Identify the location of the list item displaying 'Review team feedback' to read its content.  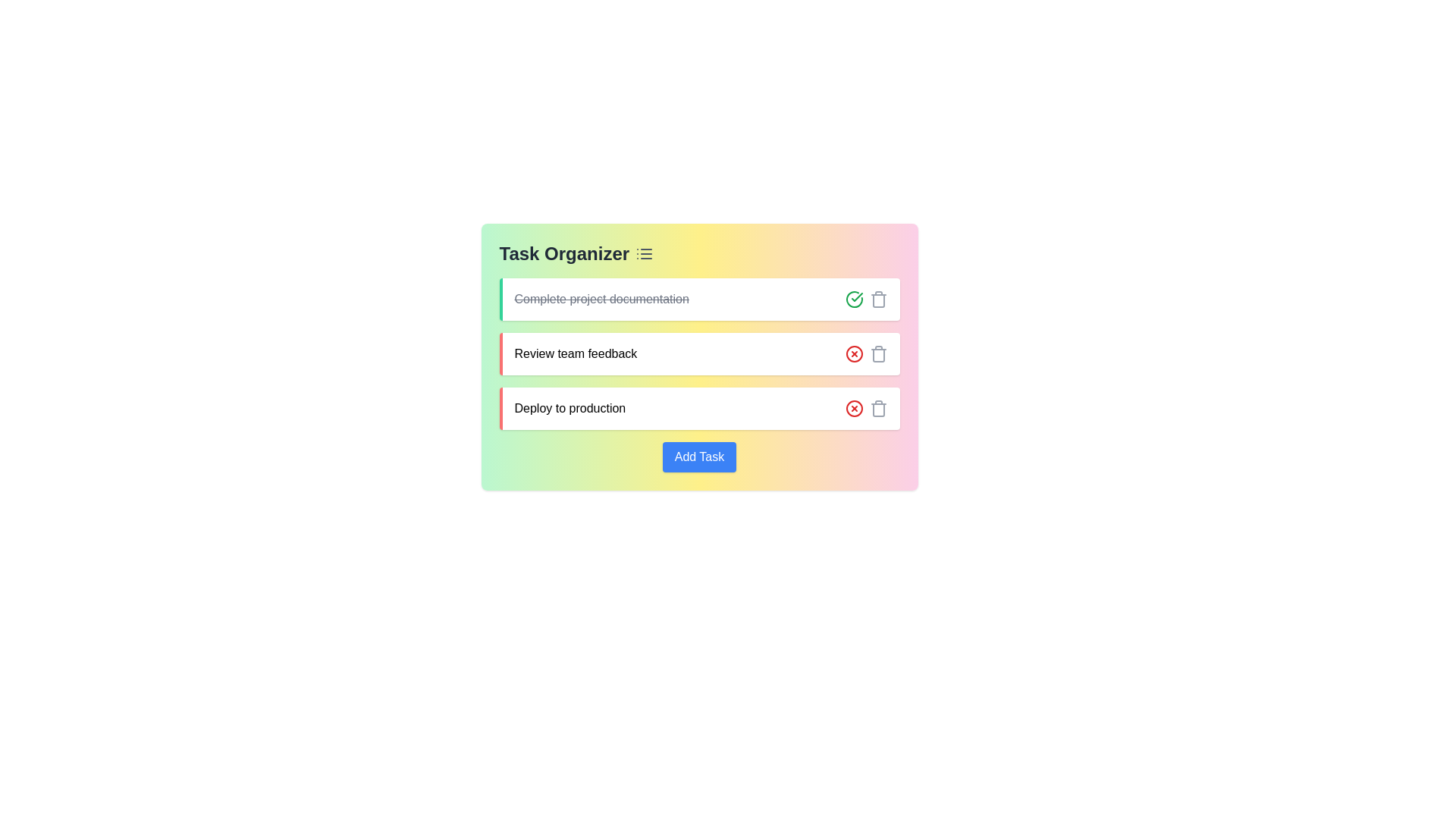
(698, 353).